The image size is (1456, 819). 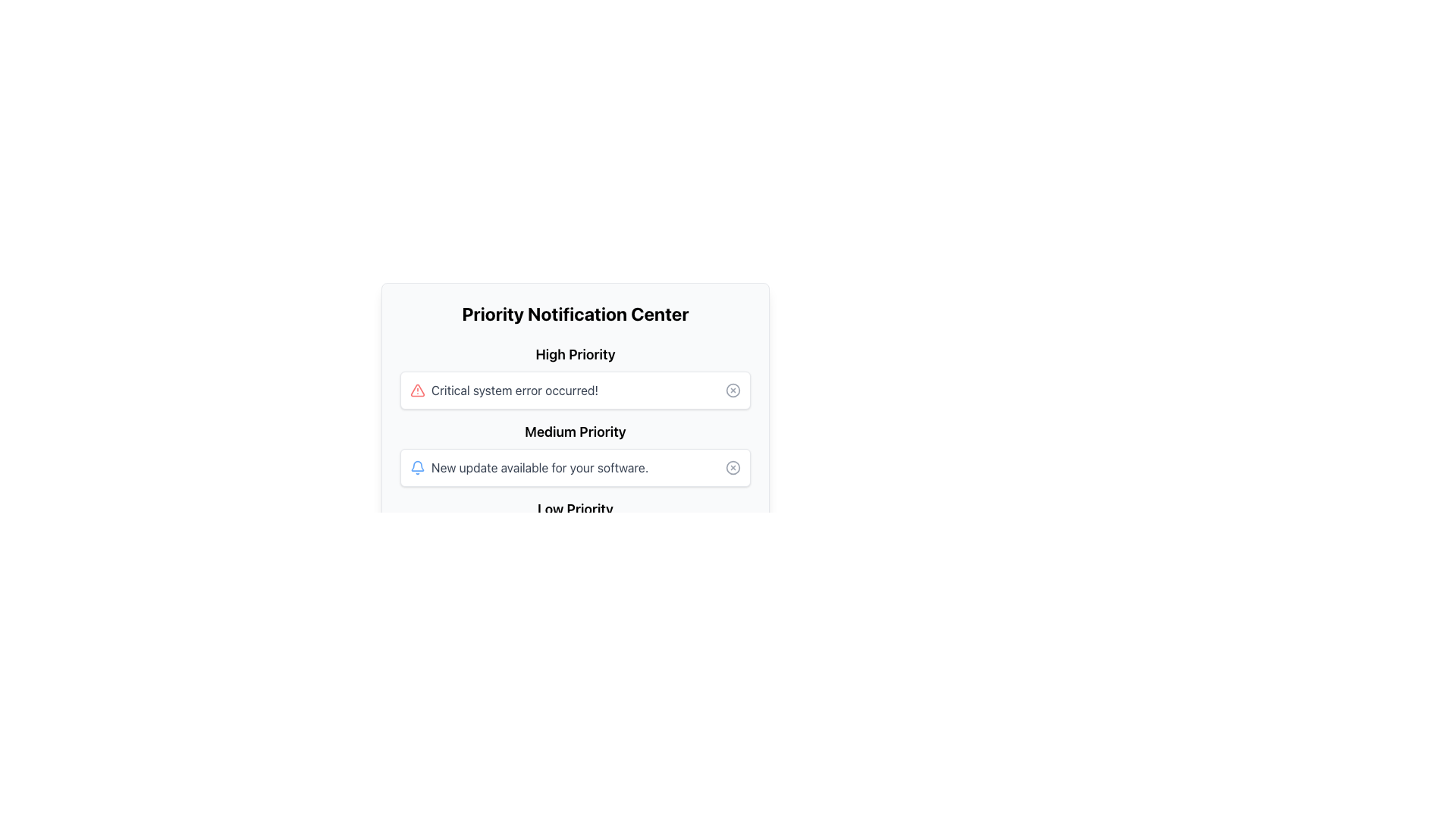 What do you see at coordinates (733, 467) in the screenshot?
I see `the SVG Circle that symbolizes a status or action related to the notification item, located next to the 'Critical system error occurred!' text` at bounding box center [733, 467].